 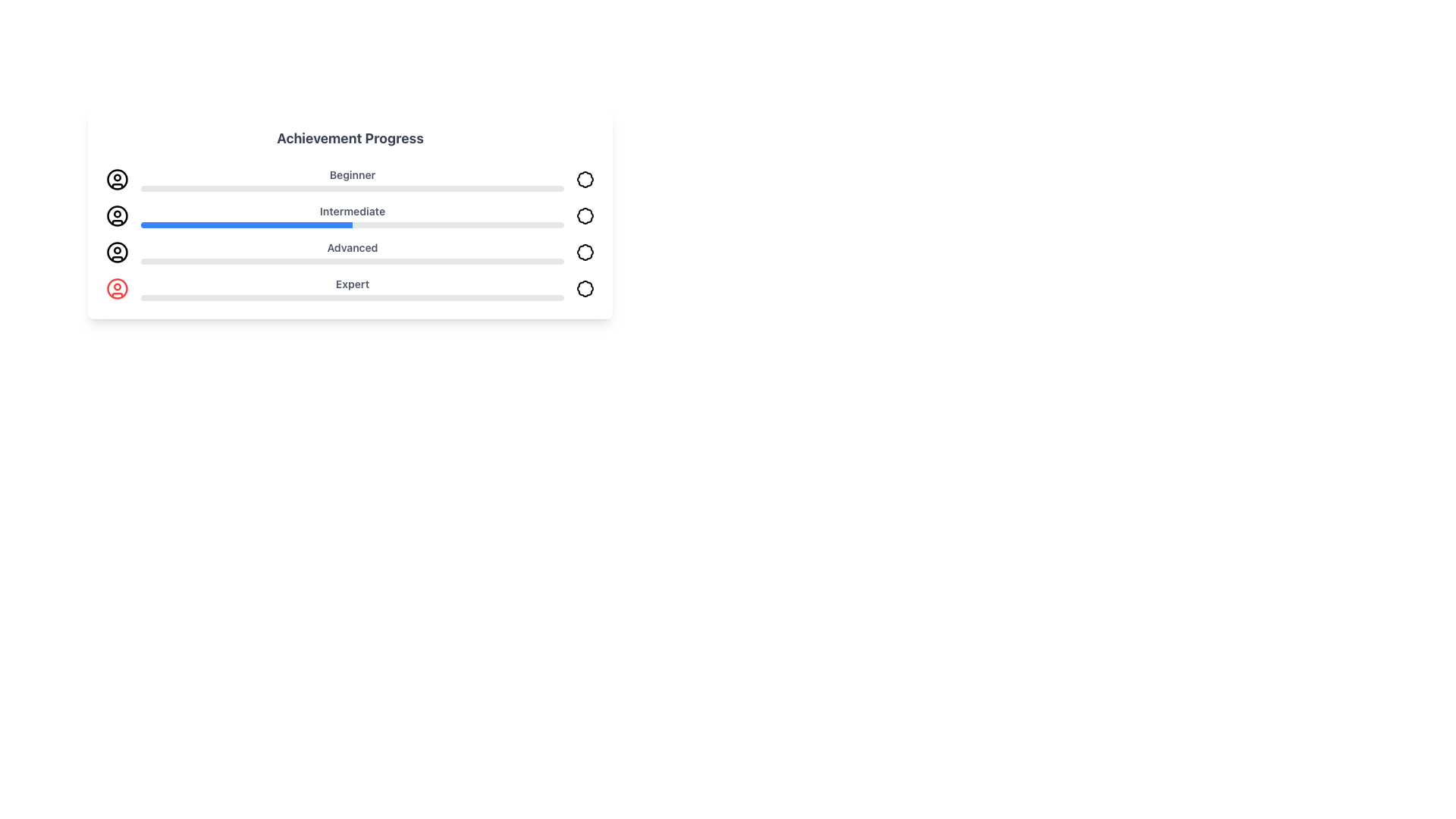 I want to click on the outer circular component of the third user icon in the vertical sequence of four user icons, which is located in the 'Advanced' category row, so click(x=116, y=251).